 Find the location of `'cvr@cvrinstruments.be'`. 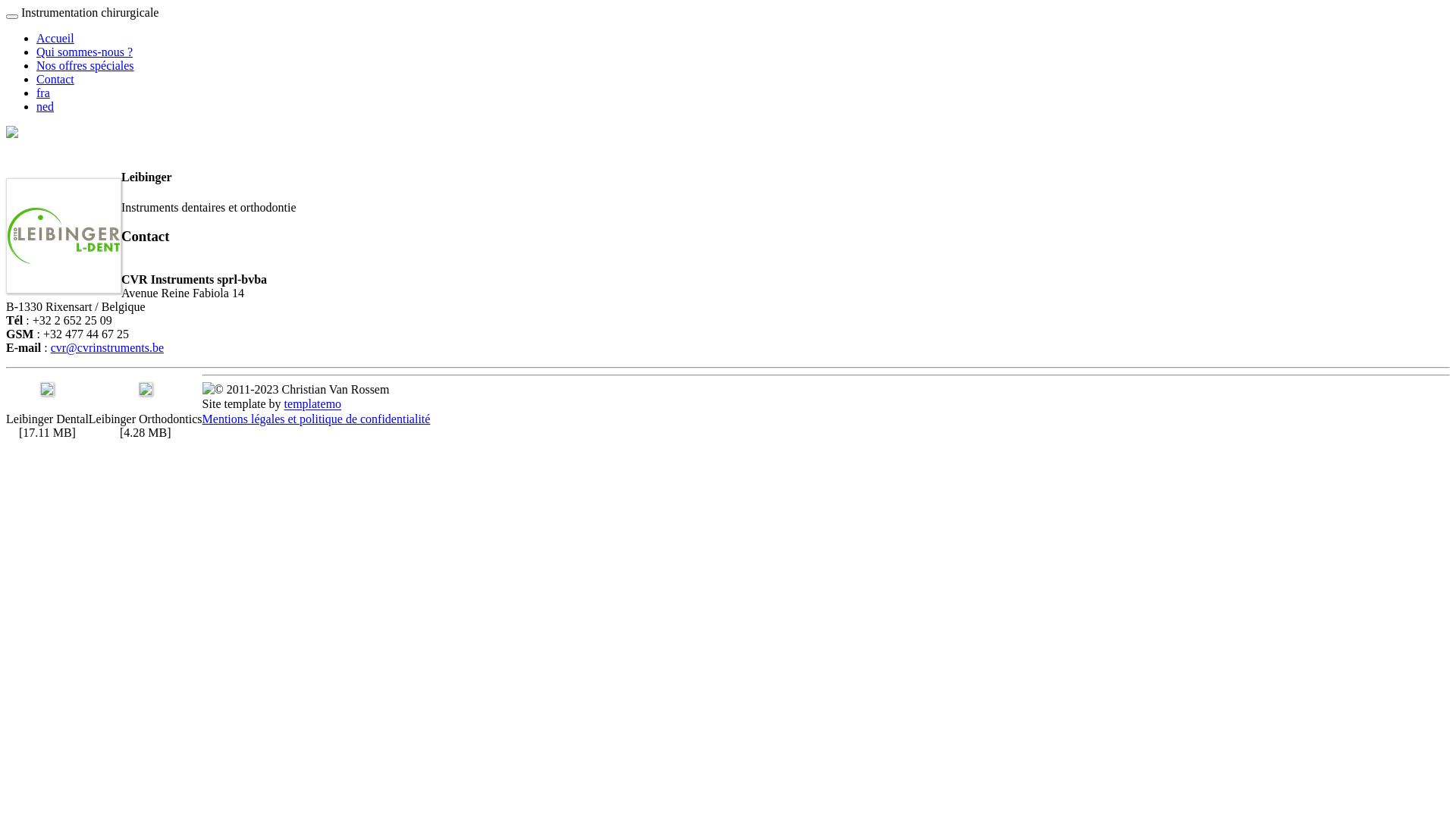

'cvr@cvrinstruments.be' is located at coordinates (106, 347).